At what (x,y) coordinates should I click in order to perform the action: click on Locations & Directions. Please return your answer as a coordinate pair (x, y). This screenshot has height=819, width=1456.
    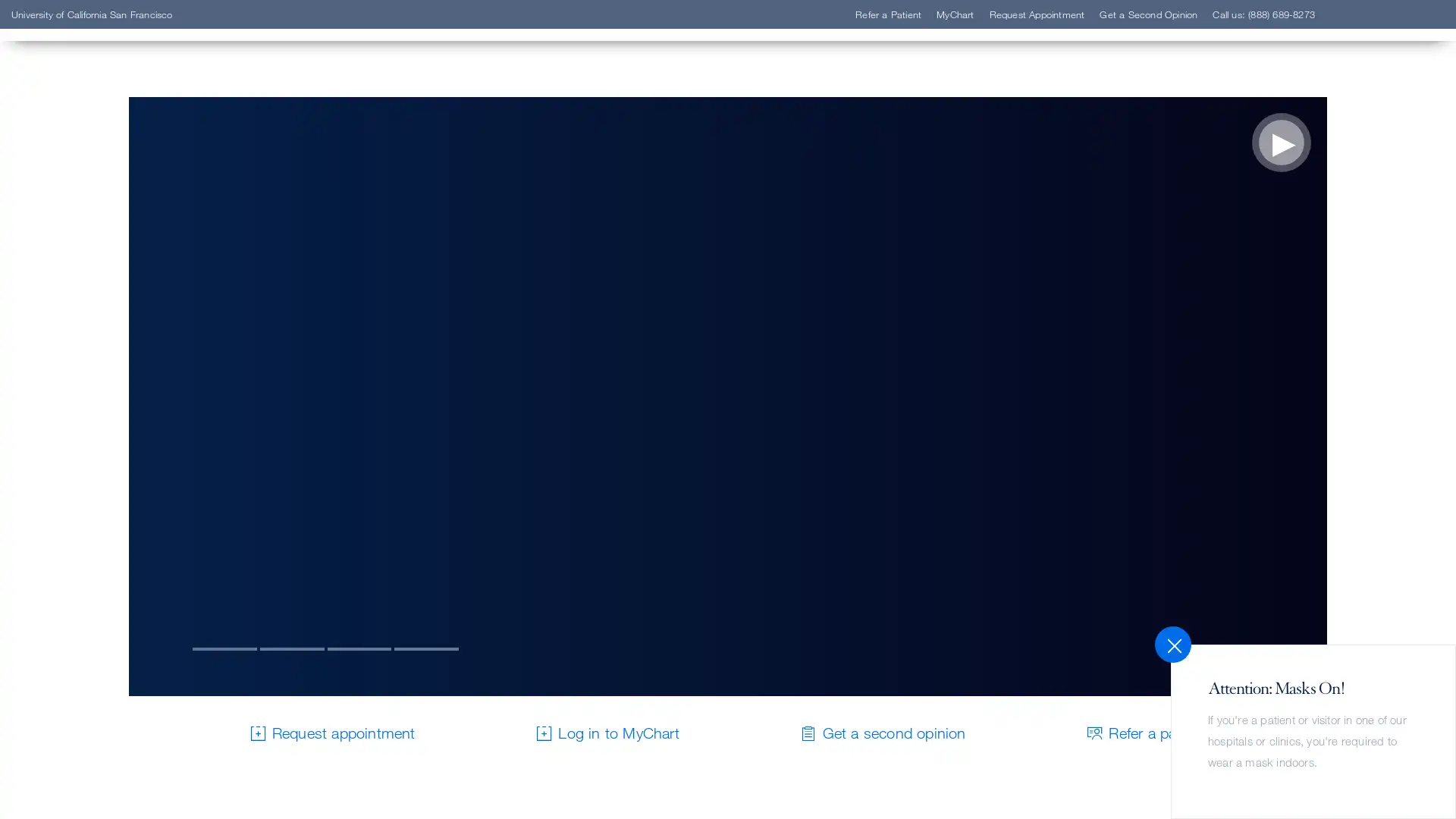
    Looking at the image, I should click on (135, 336).